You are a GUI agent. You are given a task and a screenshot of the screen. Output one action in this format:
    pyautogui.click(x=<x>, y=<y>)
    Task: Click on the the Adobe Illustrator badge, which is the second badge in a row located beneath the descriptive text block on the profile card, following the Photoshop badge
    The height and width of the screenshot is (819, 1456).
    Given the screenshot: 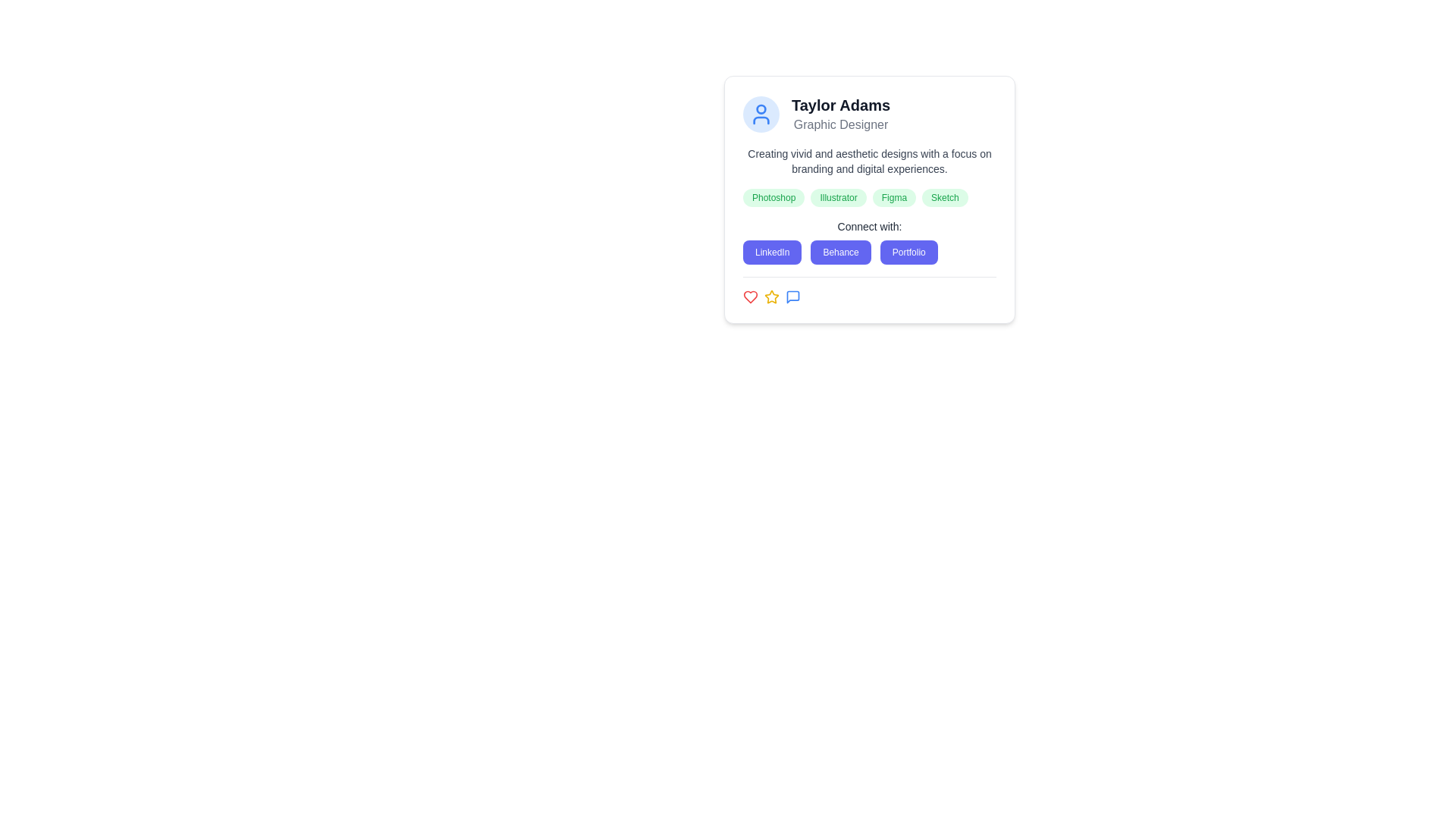 What is the action you would take?
    pyautogui.click(x=838, y=197)
    